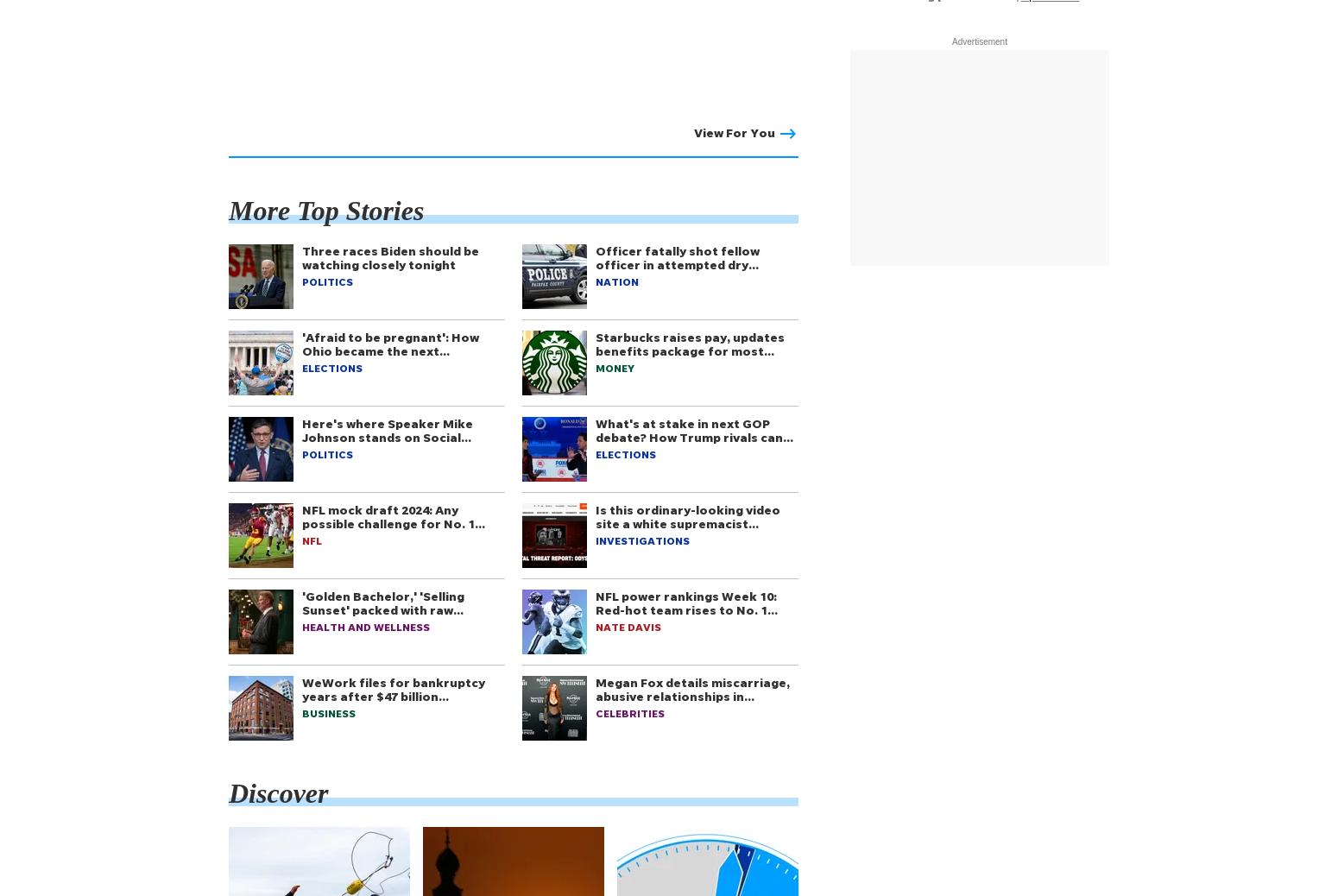  I want to click on 'WeWork files for bankruptcy years after $47 billion…', so click(394, 689).